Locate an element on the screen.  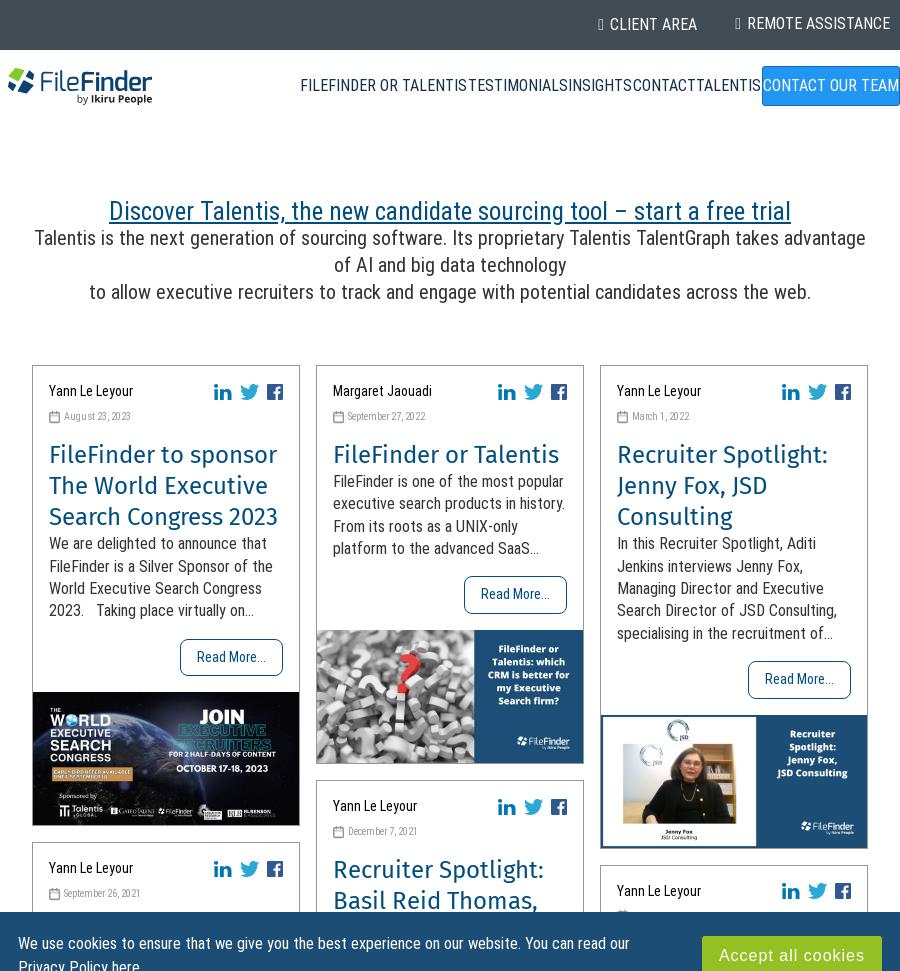
'We are delighted to announce that FileFinder is a Silver Sponsor of the World Executive Search Congress 2023.   Taking place virtually on...' is located at coordinates (47, 576).